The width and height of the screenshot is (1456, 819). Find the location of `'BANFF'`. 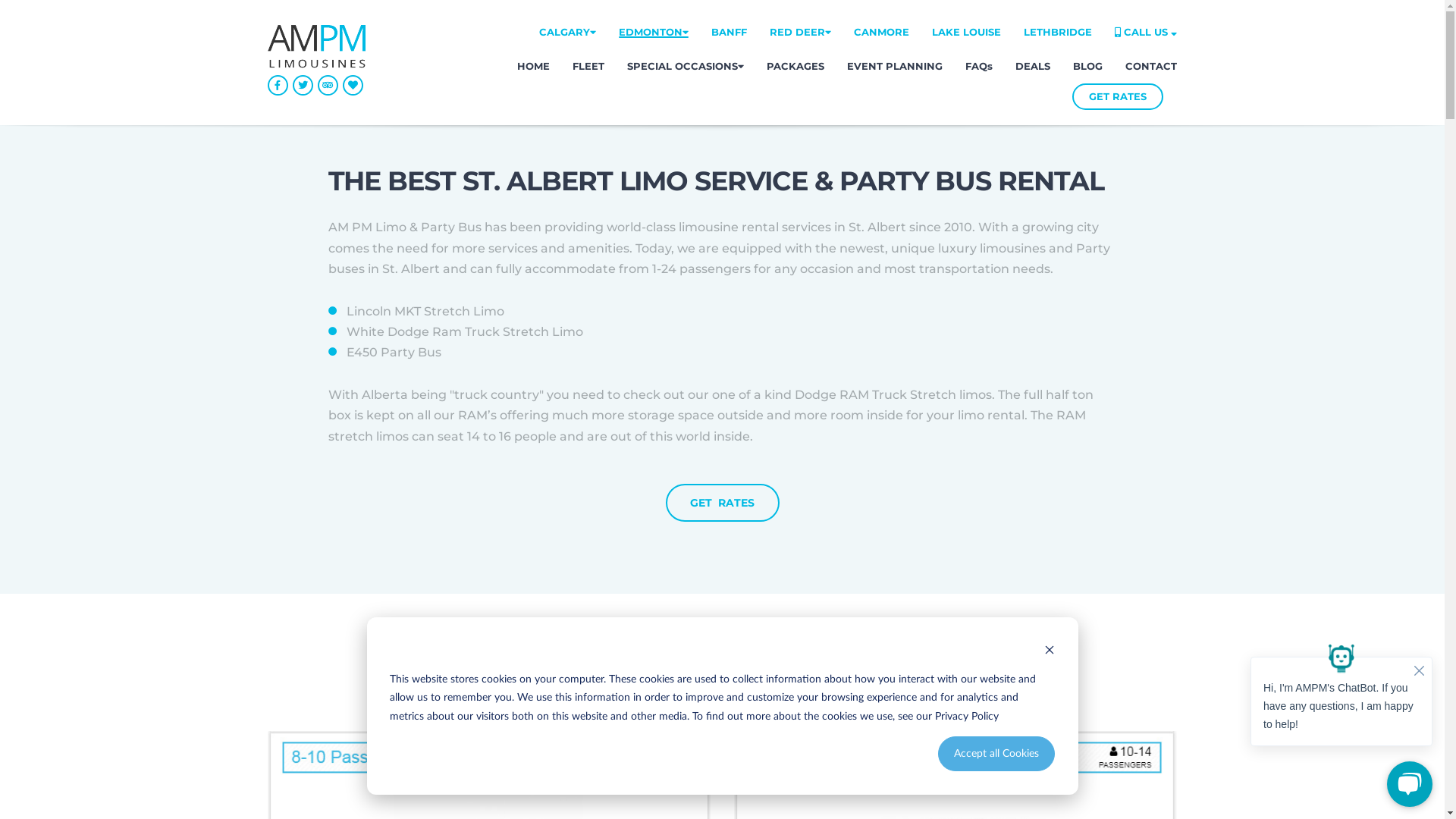

'BANFF' is located at coordinates (729, 32).